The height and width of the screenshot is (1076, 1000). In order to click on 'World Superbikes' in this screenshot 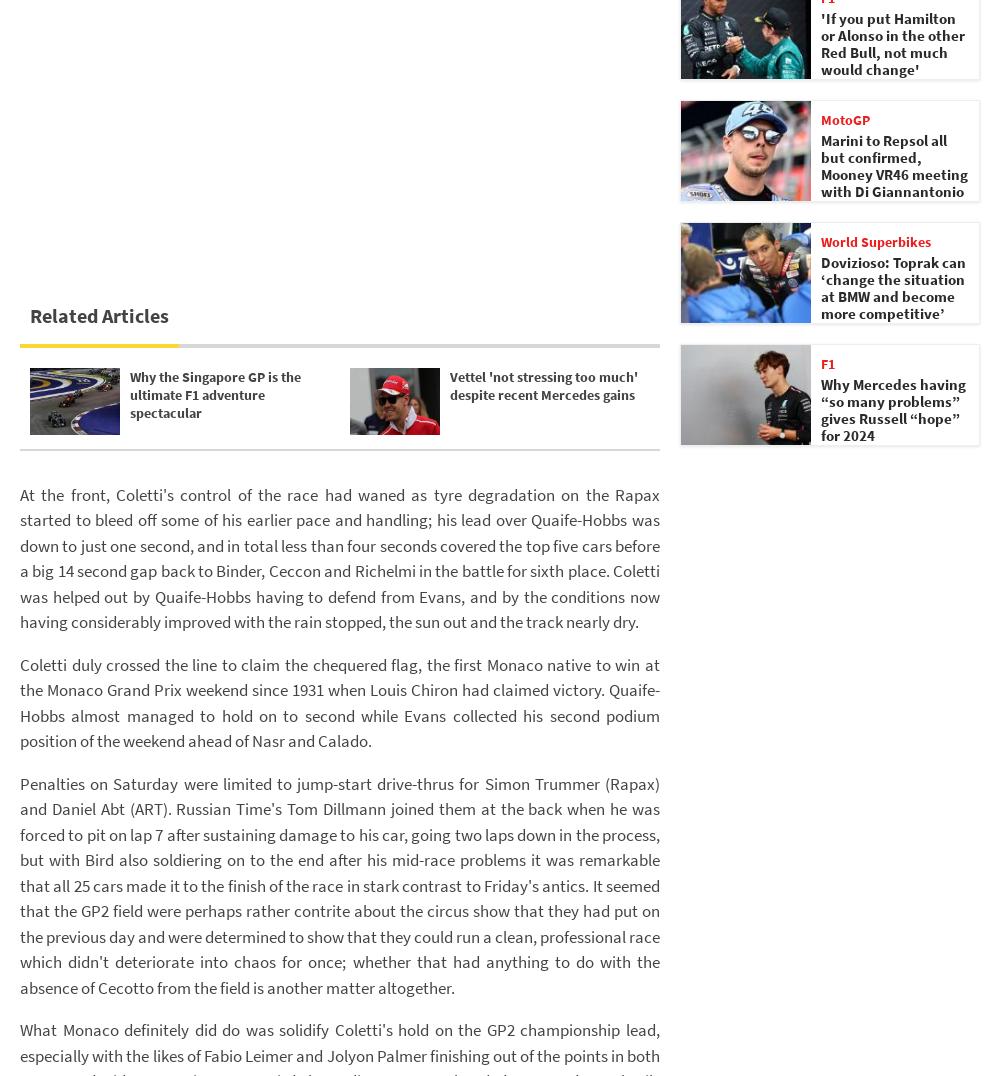, I will do `click(820, 241)`.